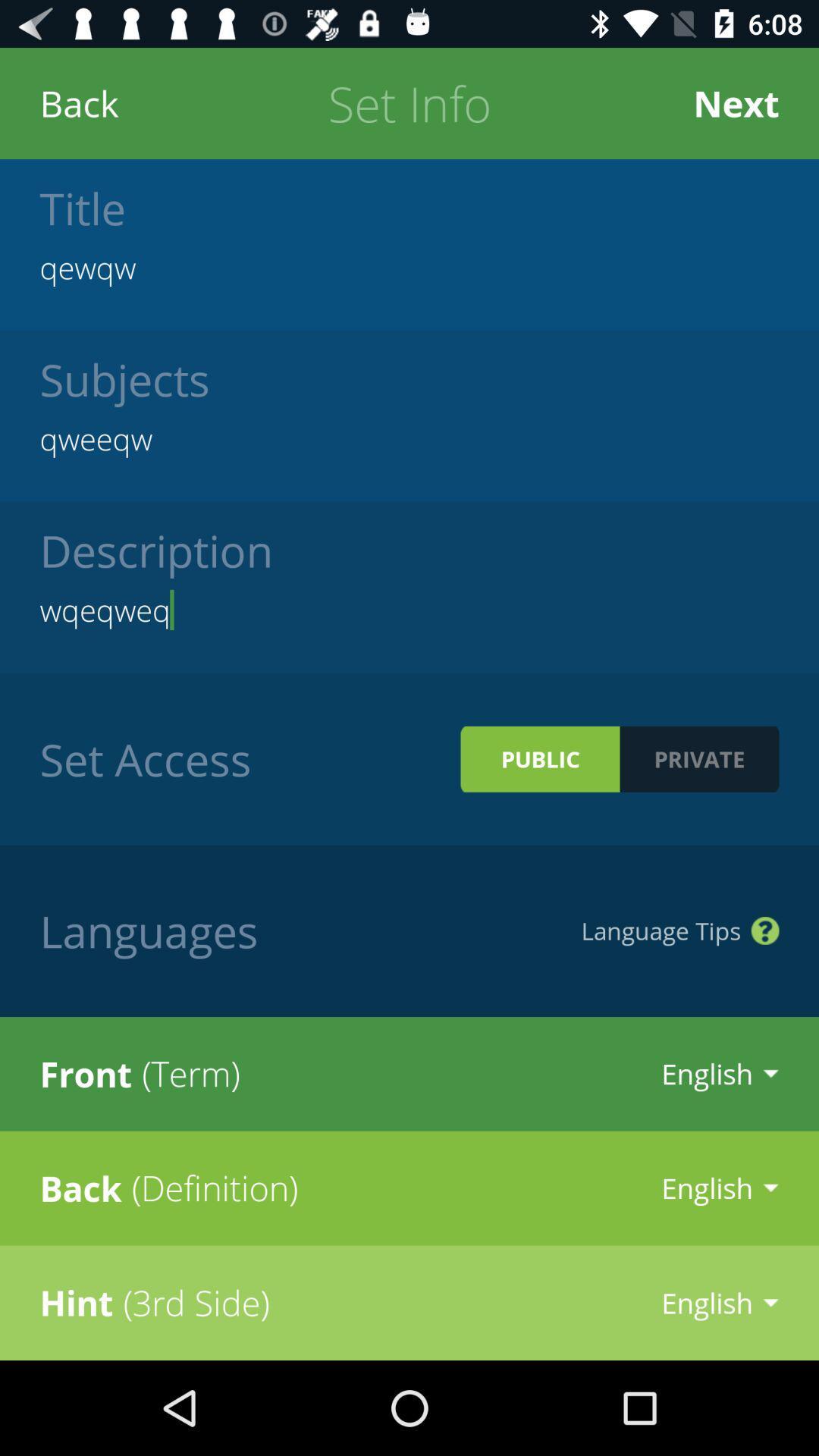 This screenshot has width=819, height=1456. I want to click on the button next which is to the right side of set info, so click(736, 102).